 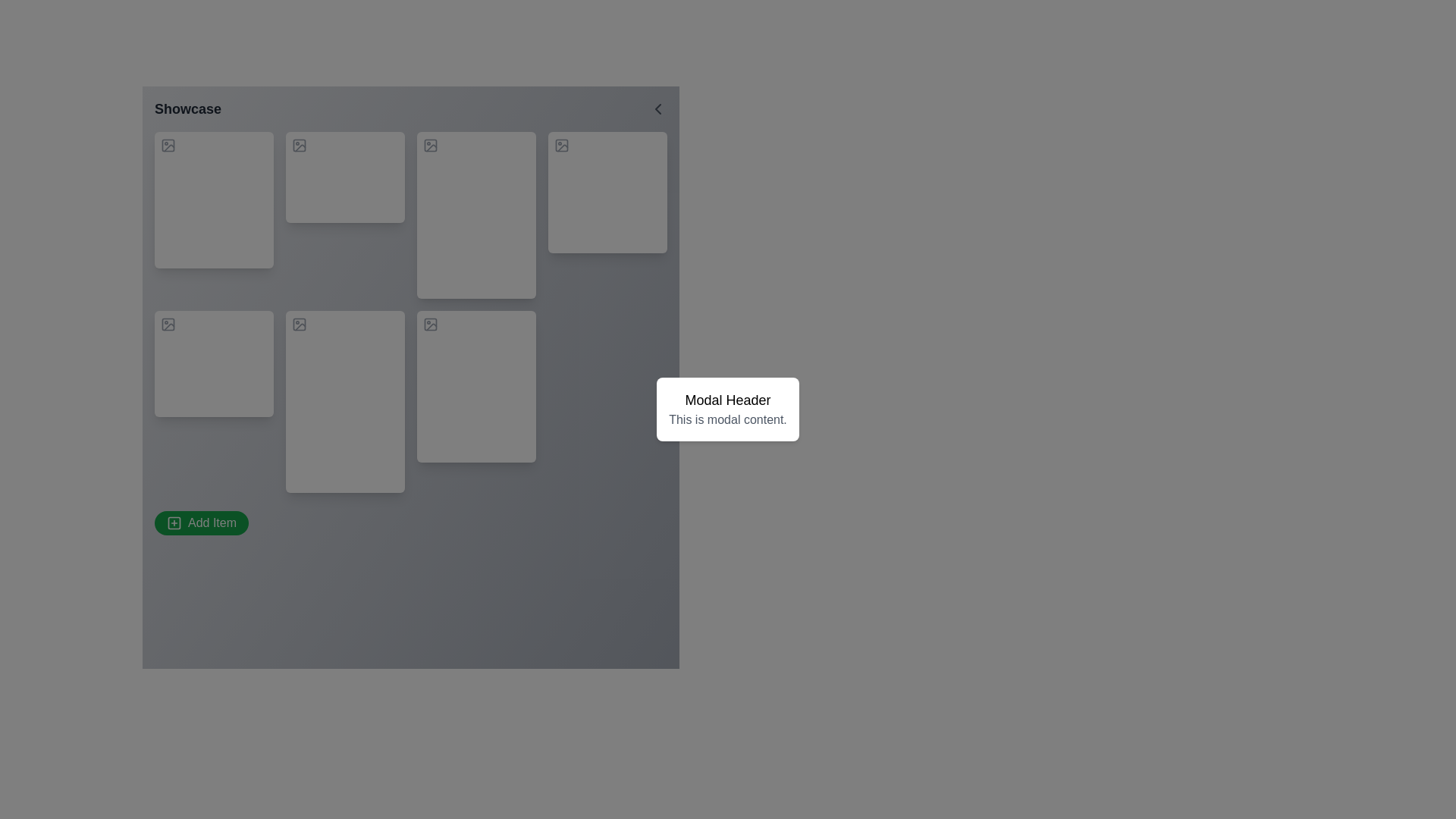 I want to click on the rectangular tile element with a white background and rounded corners that serves as a grid tile, located in the fourth cell from the left in the first row, so click(x=607, y=192).